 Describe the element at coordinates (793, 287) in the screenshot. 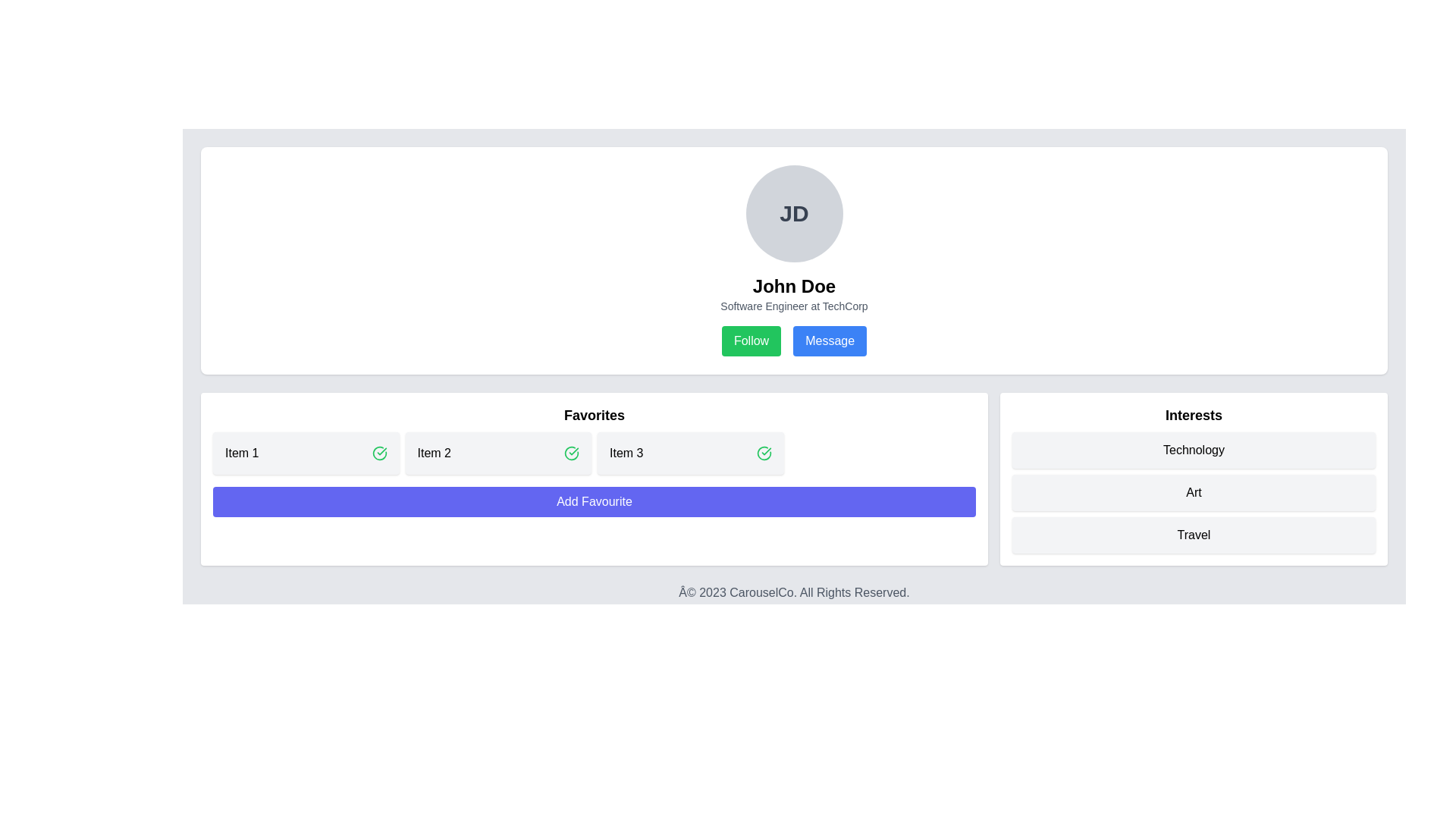

I see `the text label displaying 'John Doe' which is centrally aligned under a circular avatar labeled 'JD' in the user profile section` at that location.